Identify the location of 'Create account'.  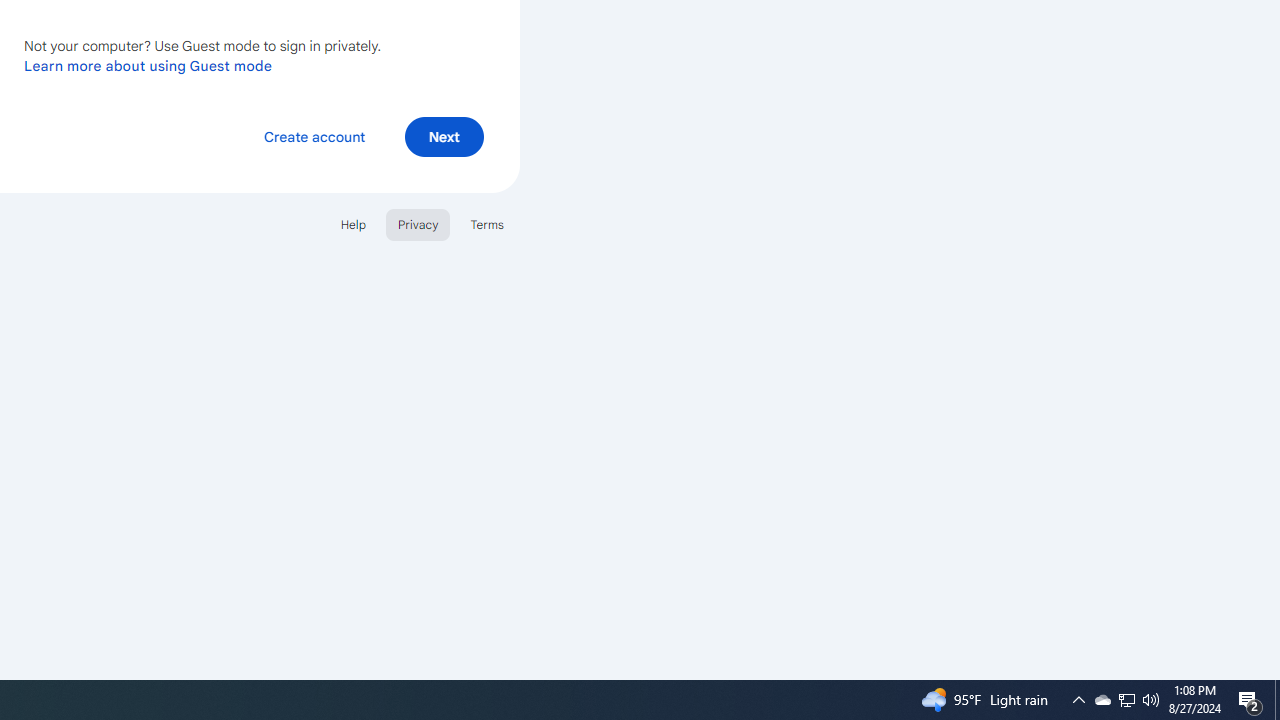
(313, 135).